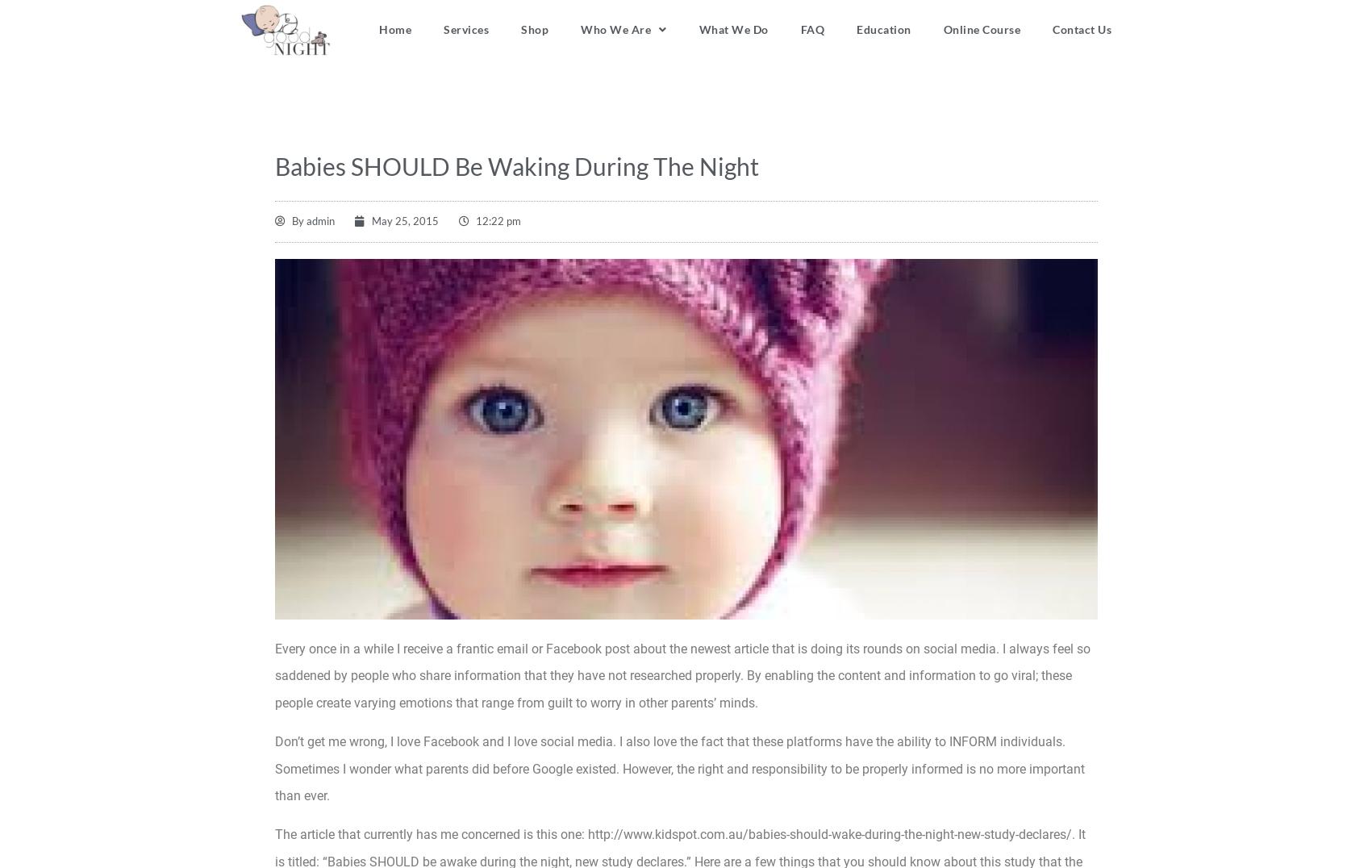 Image resolution: width=1372 pixels, height=868 pixels. I want to click on '12:22 pm', so click(496, 219).